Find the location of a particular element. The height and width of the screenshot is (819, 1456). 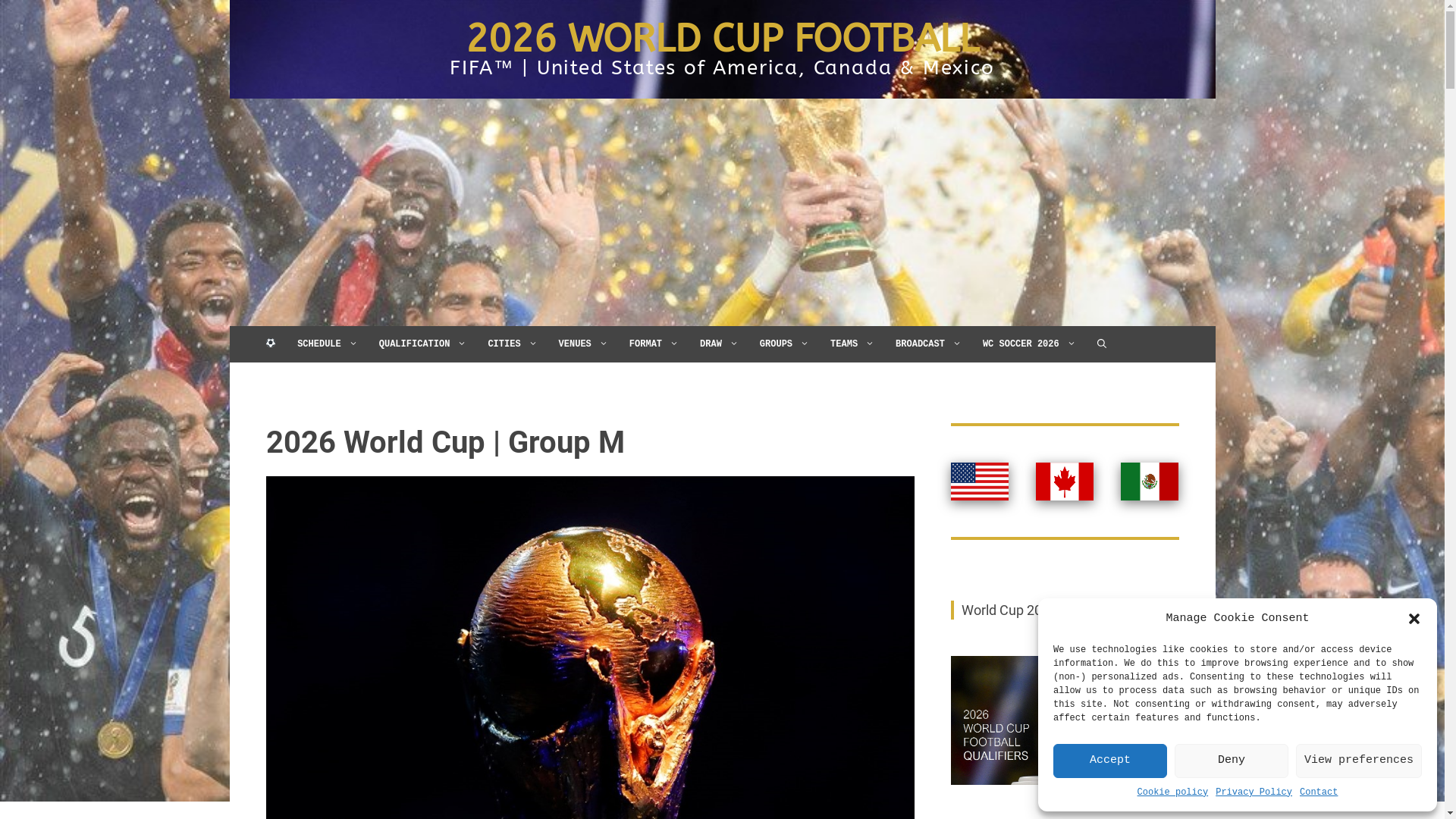

'CITIES' is located at coordinates (512, 344).